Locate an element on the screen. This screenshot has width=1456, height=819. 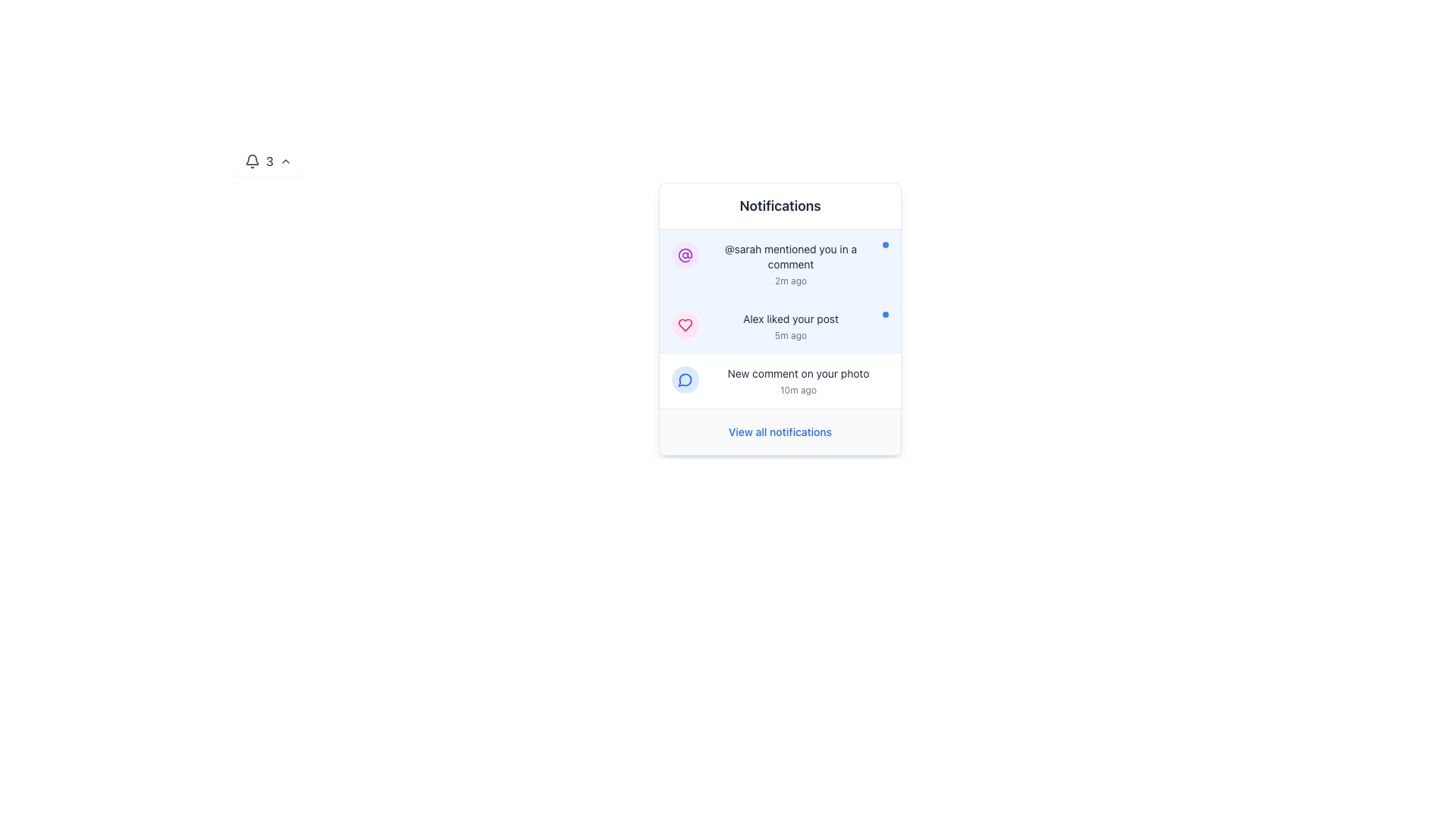
the 'View all notifications' button, which is a rectangular blue text area located at the bottom center of the notifications pop-up section is located at coordinates (780, 432).